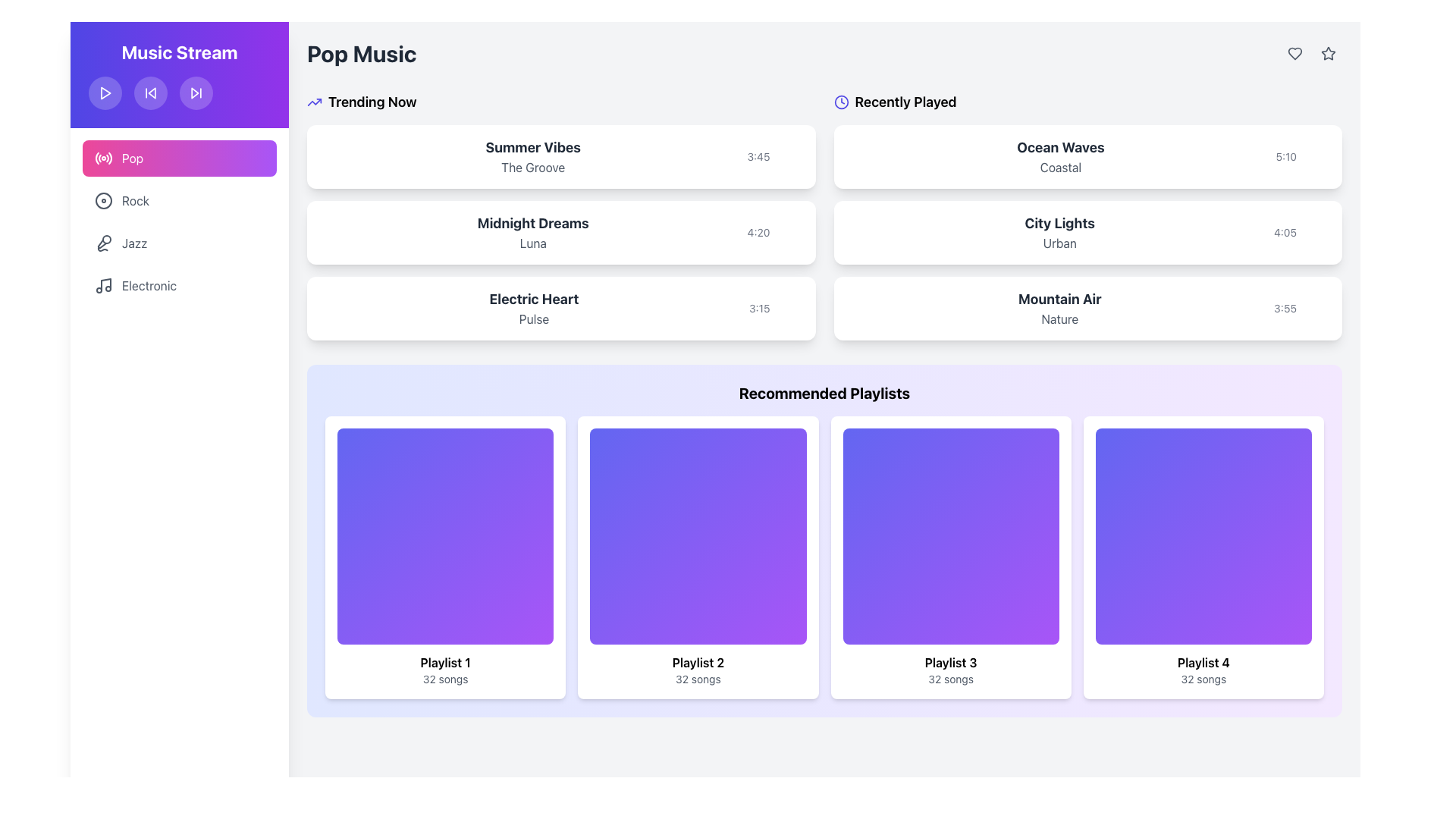 The height and width of the screenshot is (819, 1456). I want to click on the main title of the 'Electric Heart' list item in the 'Trending Now' section, so click(534, 299).